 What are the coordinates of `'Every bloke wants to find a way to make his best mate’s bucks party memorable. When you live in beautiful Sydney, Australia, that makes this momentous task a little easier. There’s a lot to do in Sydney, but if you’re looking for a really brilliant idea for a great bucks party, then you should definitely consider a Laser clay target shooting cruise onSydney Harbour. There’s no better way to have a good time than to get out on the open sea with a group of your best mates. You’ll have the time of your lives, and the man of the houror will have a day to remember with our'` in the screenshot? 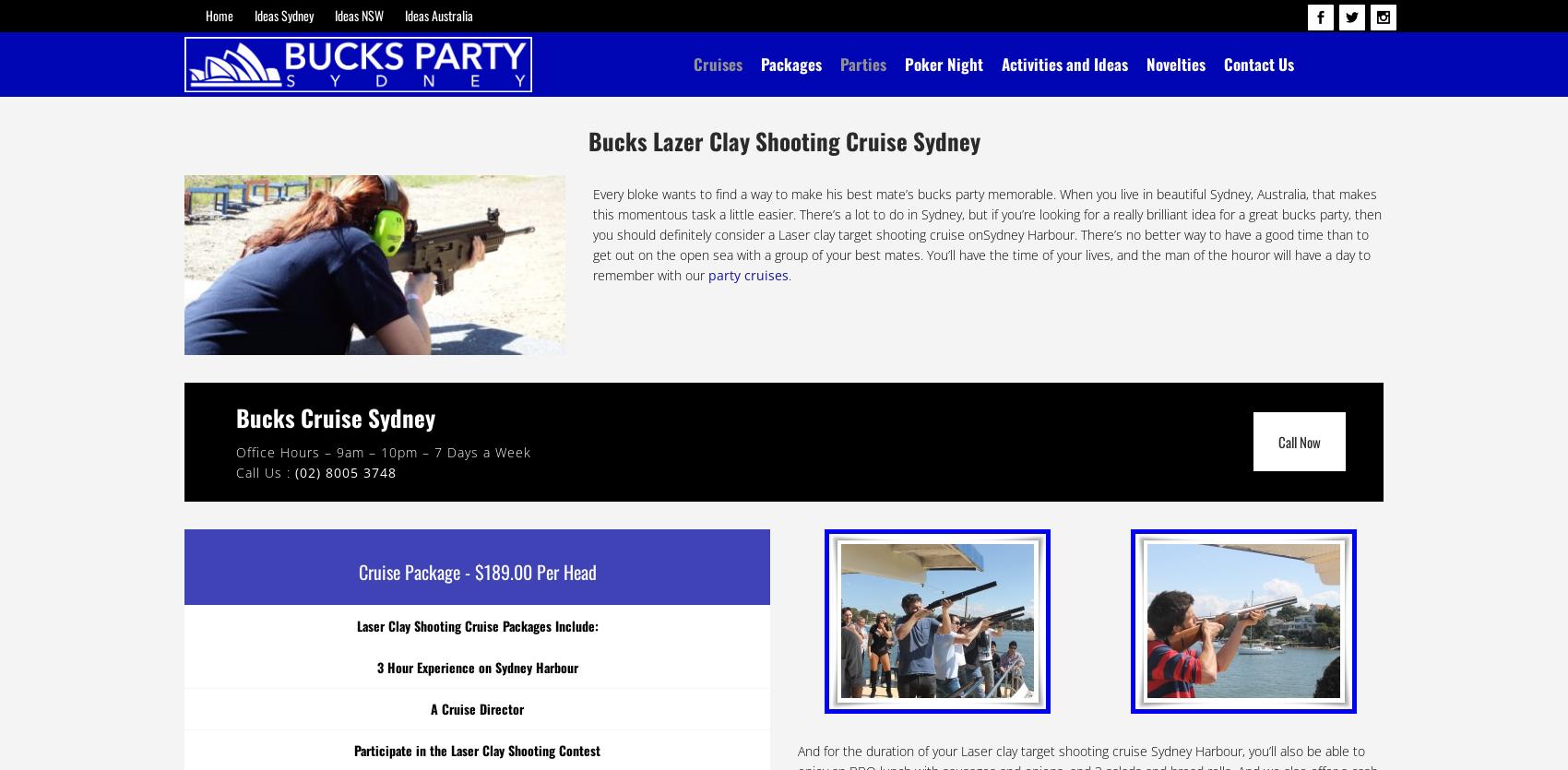 It's located at (987, 233).